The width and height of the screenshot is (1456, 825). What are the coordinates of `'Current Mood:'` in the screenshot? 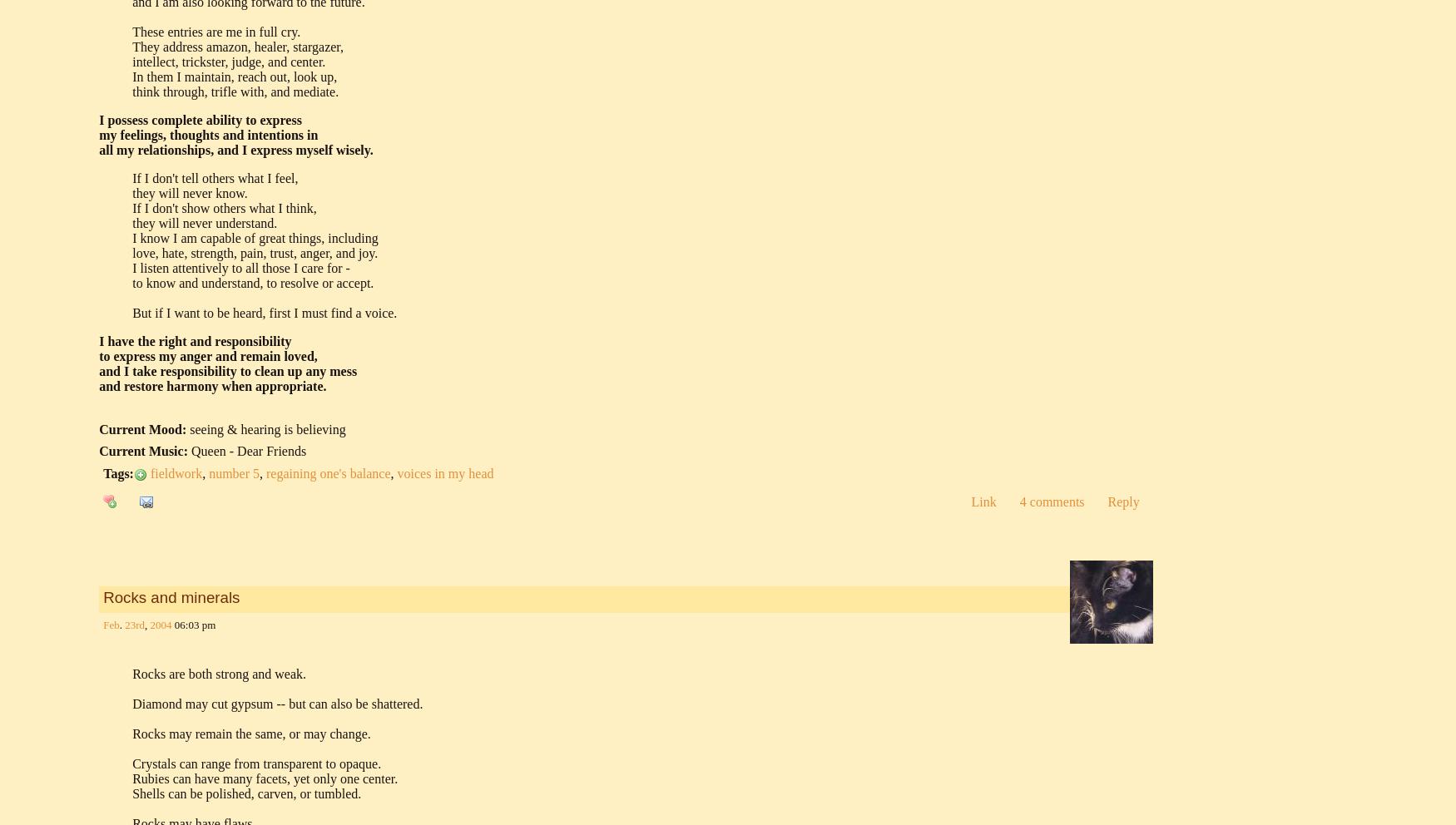 It's located at (141, 427).